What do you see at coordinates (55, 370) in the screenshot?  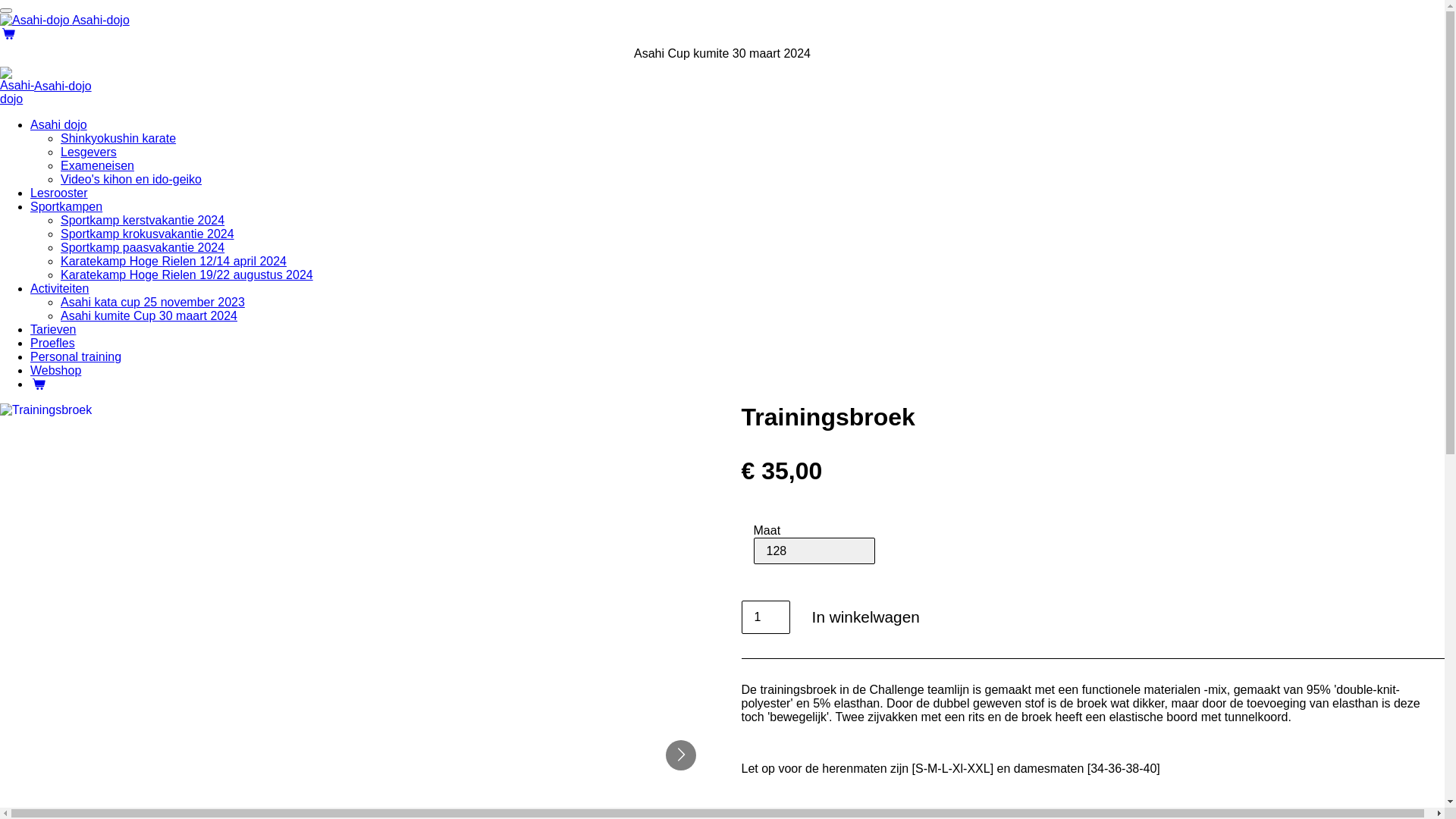 I see `'Webshop'` at bounding box center [55, 370].